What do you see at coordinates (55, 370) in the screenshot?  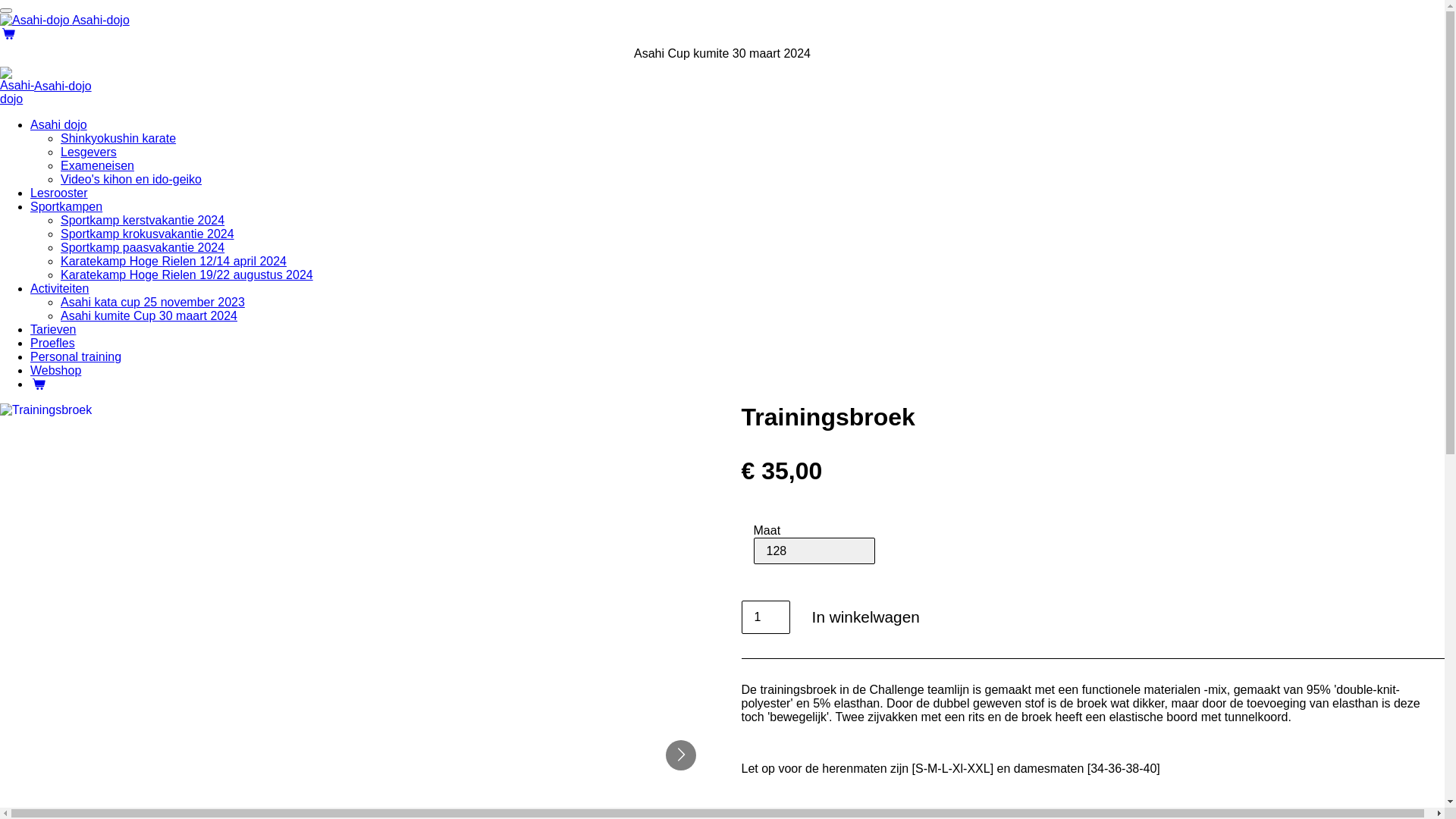 I see `'Webshop'` at bounding box center [55, 370].